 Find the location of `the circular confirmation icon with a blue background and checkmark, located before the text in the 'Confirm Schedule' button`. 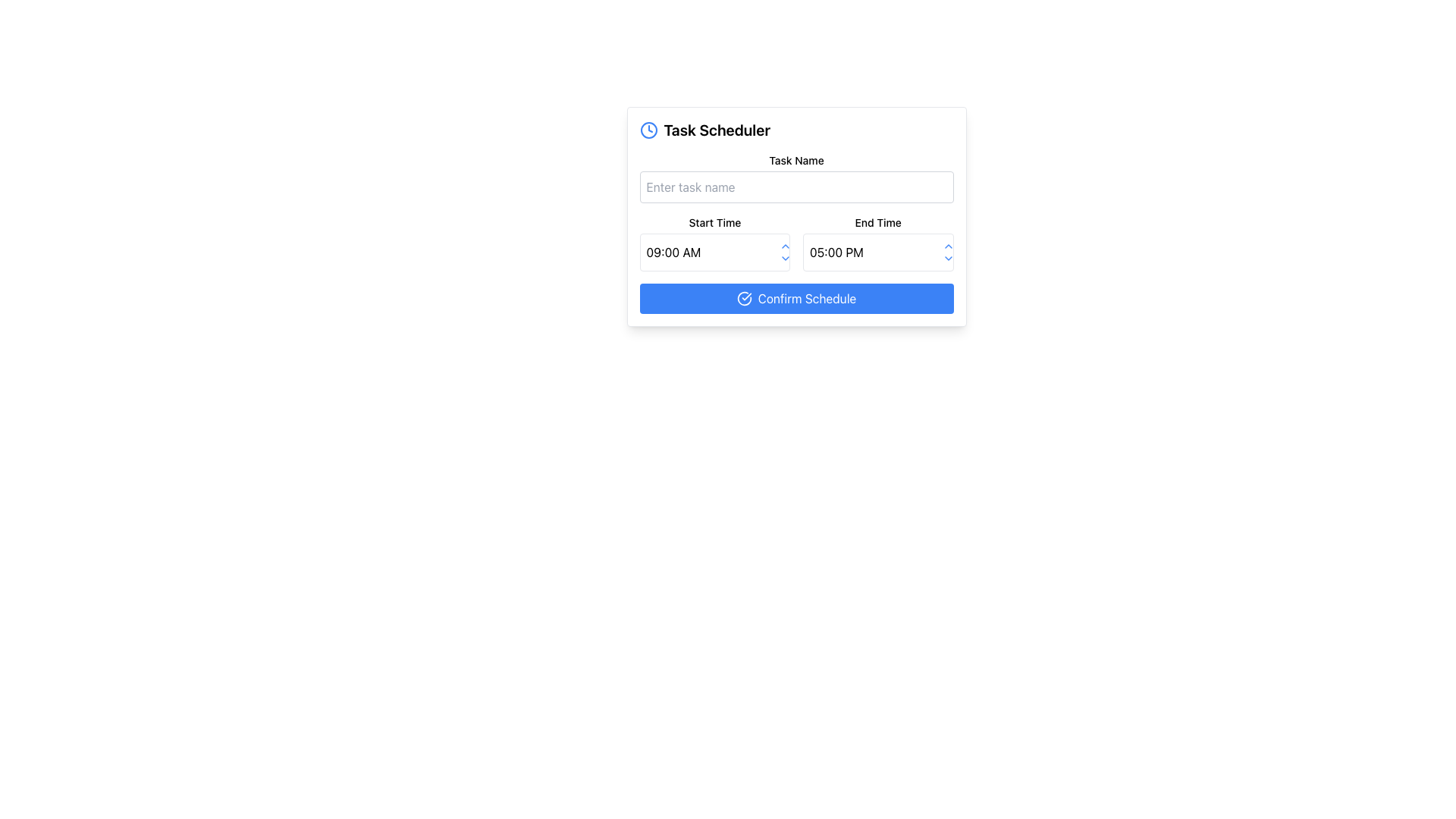

the circular confirmation icon with a blue background and checkmark, located before the text in the 'Confirm Schedule' button is located at coordinates (744, 298).